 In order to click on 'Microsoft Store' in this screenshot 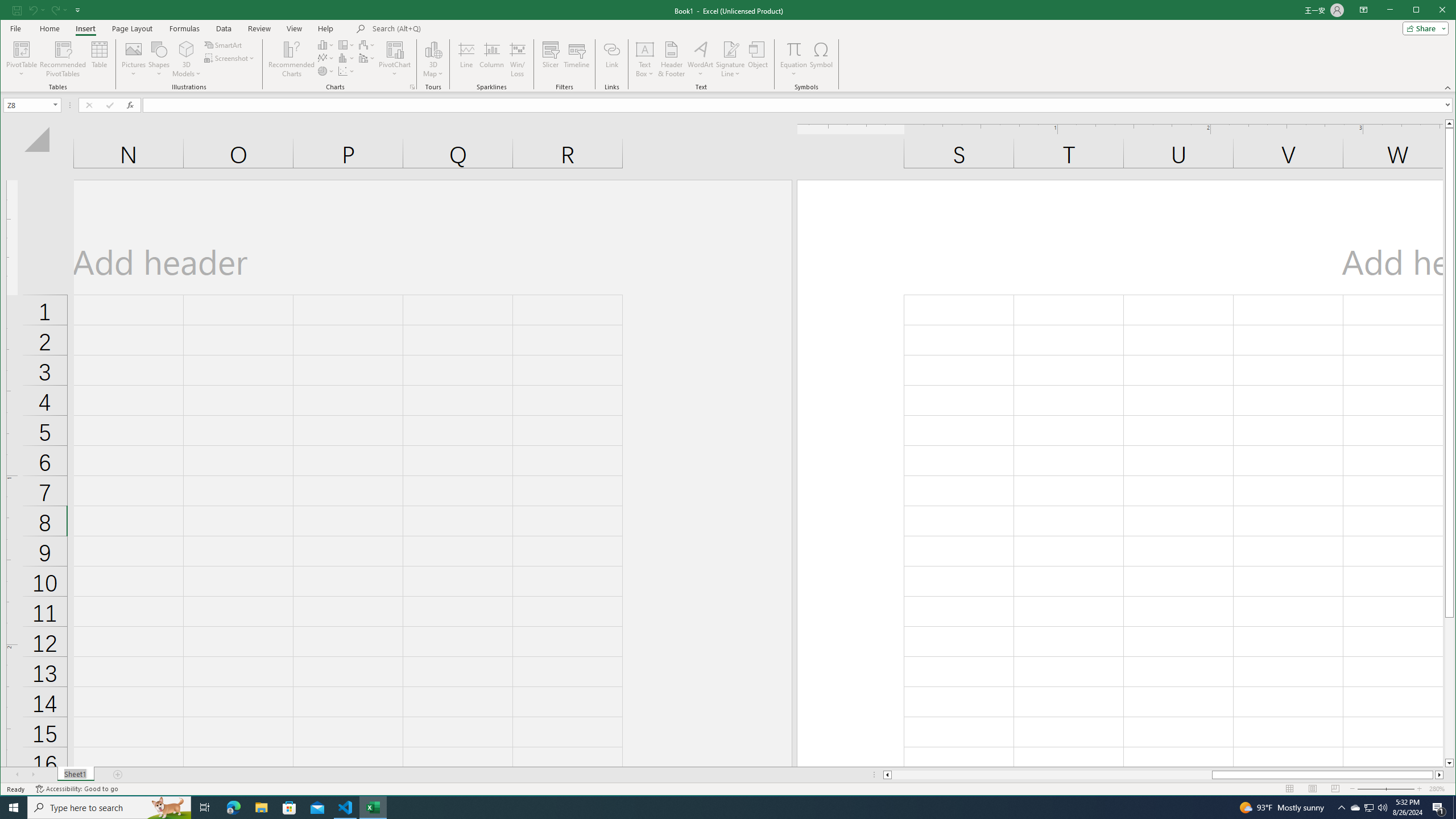, I will do `click(289, 806)`.